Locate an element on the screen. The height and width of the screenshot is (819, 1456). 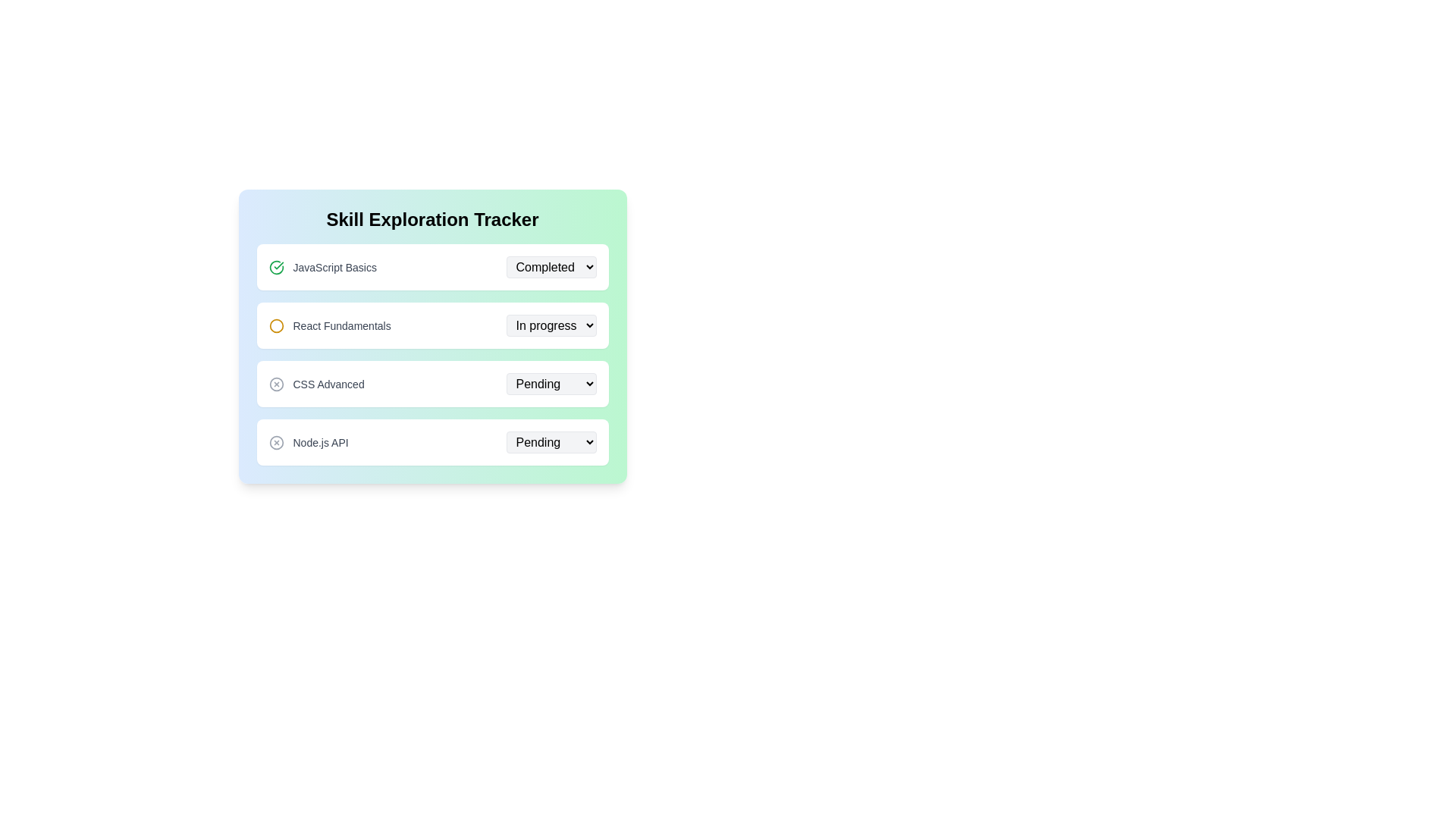
the circle component of the 'CSS Advanced' skill icon in the 'Skill Exploration Tracker' interface, which indicates an incomplete or pending state is located at coordinates (276, 383).